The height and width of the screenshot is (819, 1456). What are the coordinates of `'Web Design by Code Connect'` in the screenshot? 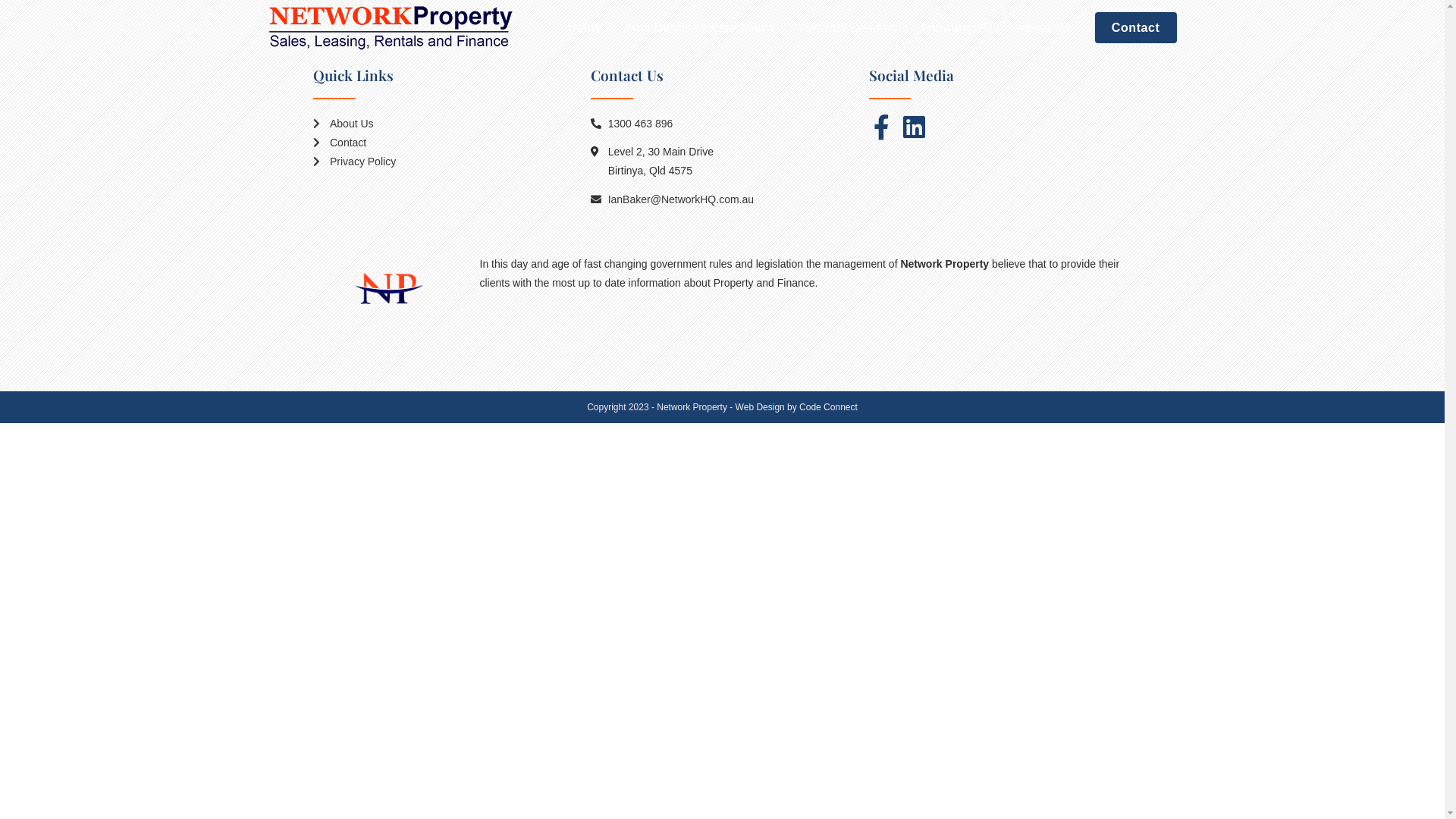 It's located at (795, 406).